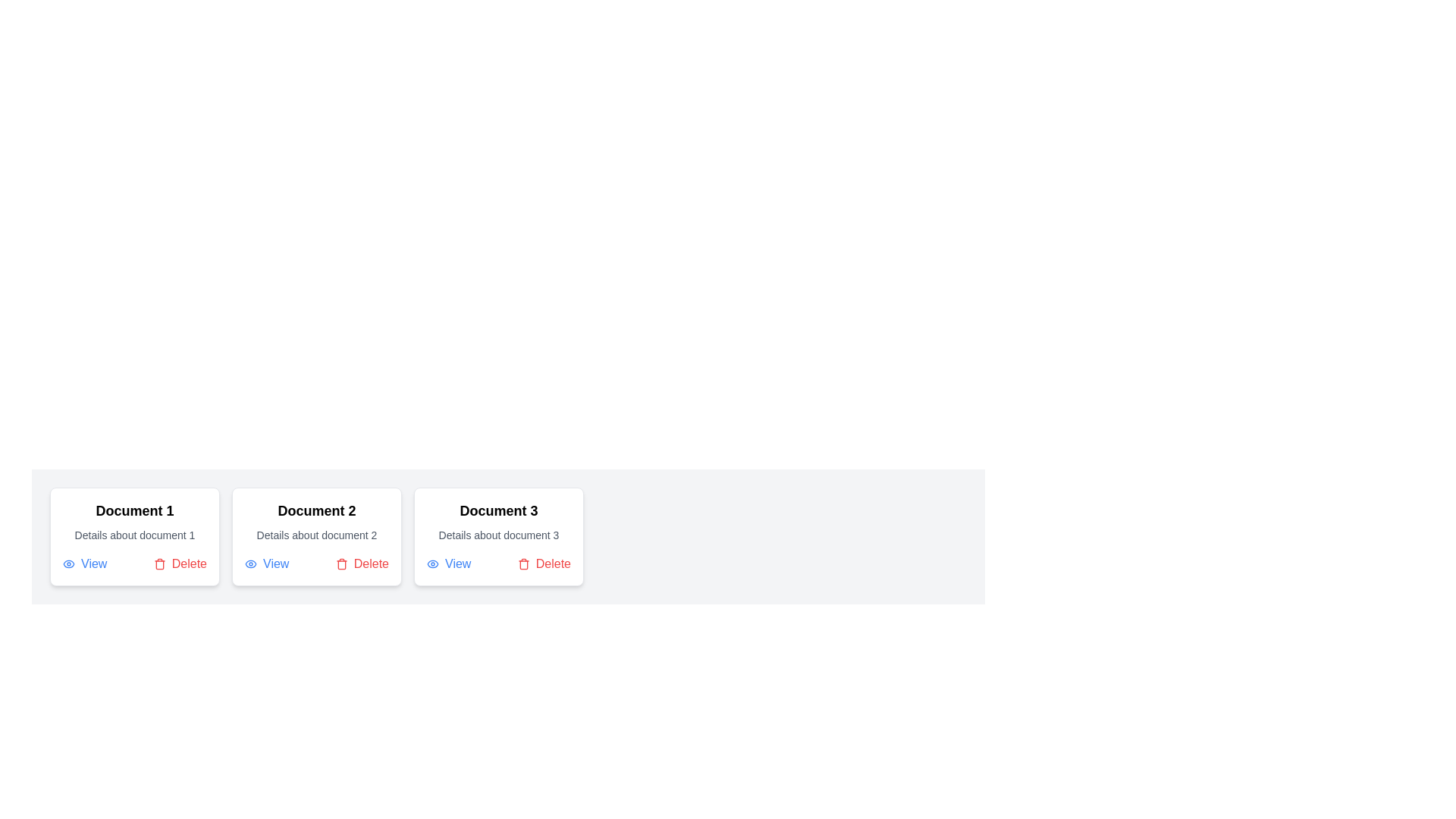 This screenshot has width=1456, height=819. Describe the element at coordinates (361, 564) in the screenshot. I see `the red 'Delete' button with a trash bin icon located in the button group of the 'Document 2' card` at that location.